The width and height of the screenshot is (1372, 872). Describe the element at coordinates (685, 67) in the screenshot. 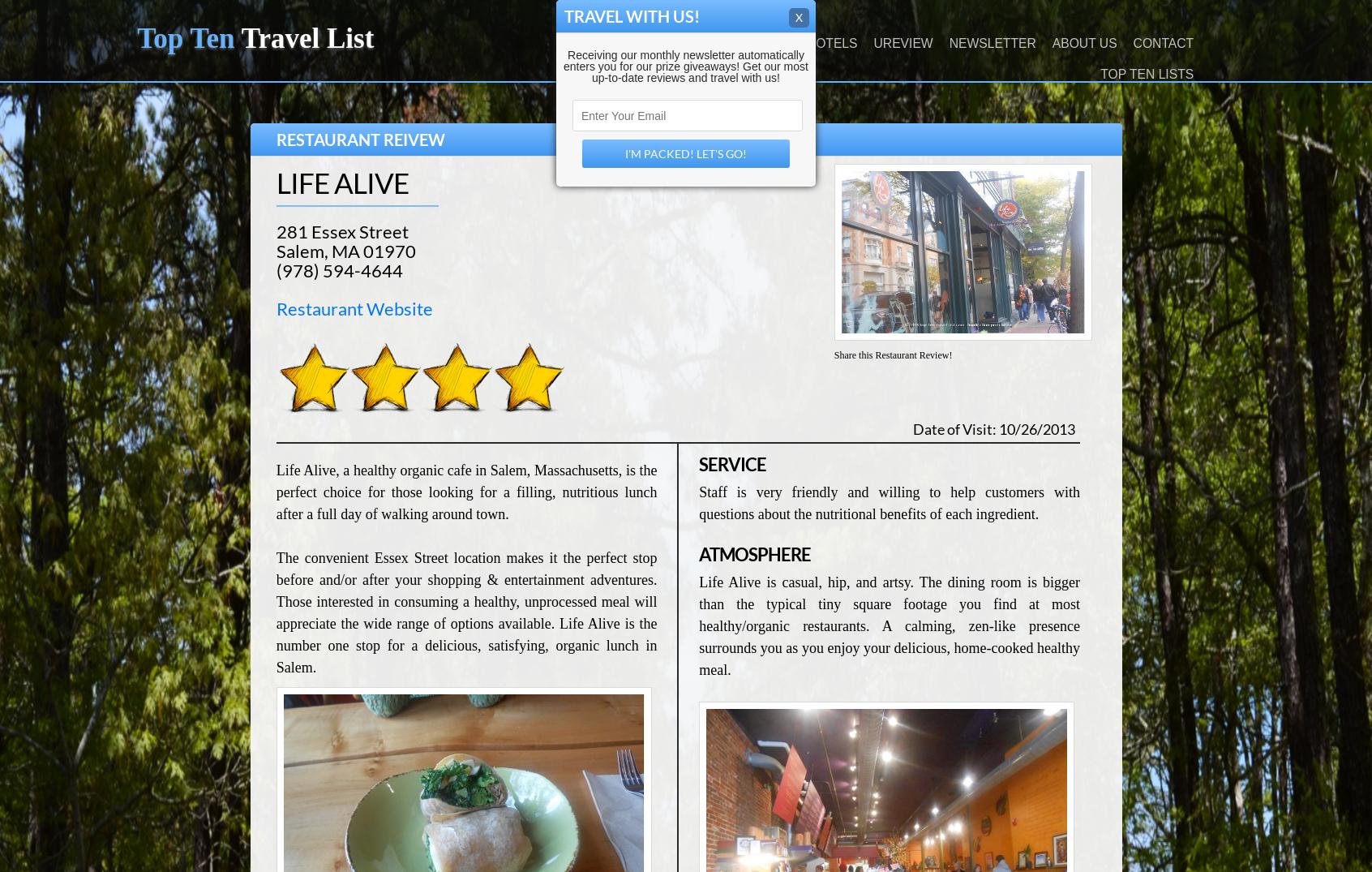

I see `'Receiving our monthly newsletter automatically enters you for our prize giveaways! Get our most up-to-date reviews and travel with us!'` at that location.